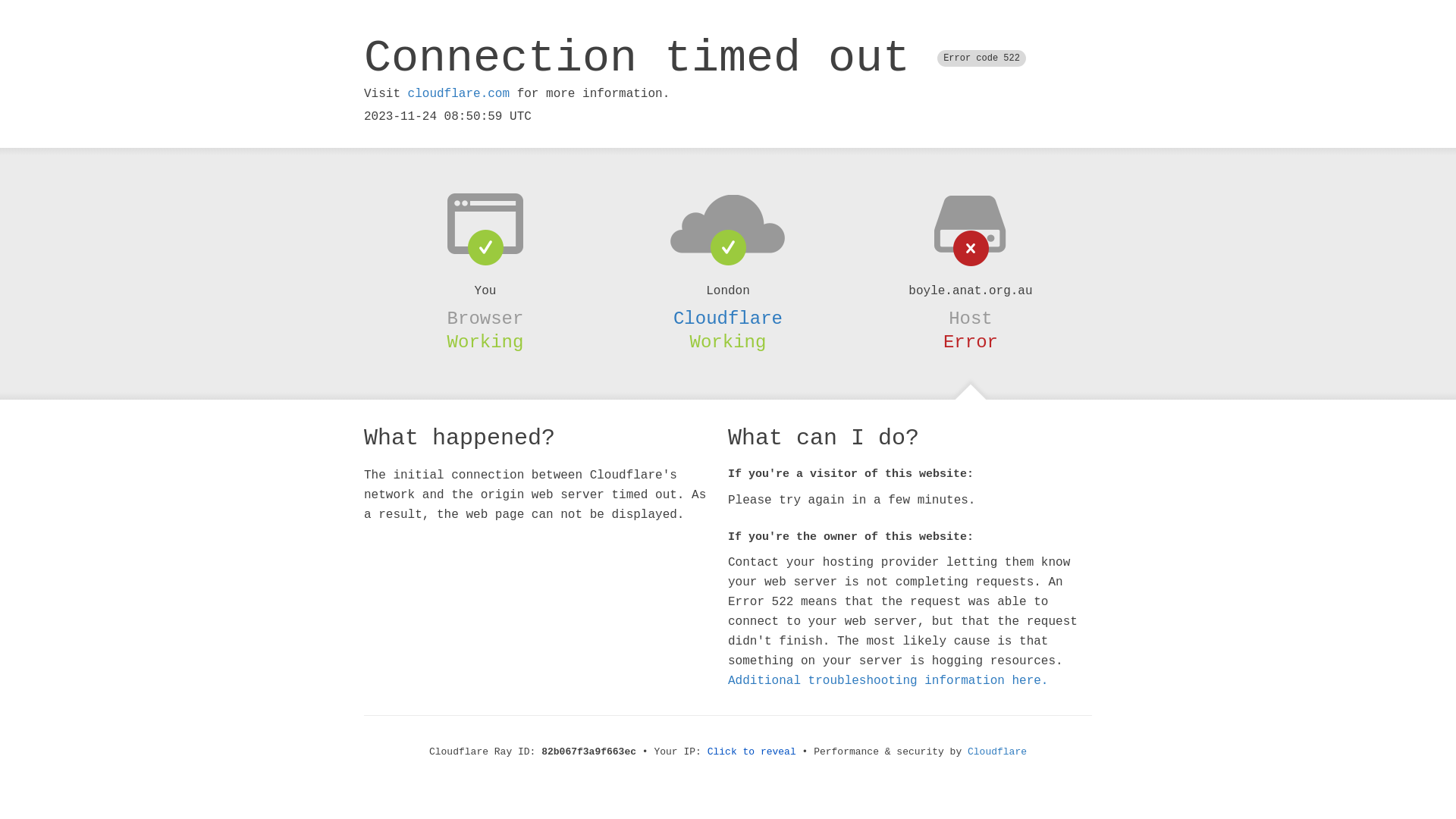 This screenshot has width=1456, height=819. Describe the element at coordinates (752, 752) in the screenshot. I see `'Click to reveal'` at that location.